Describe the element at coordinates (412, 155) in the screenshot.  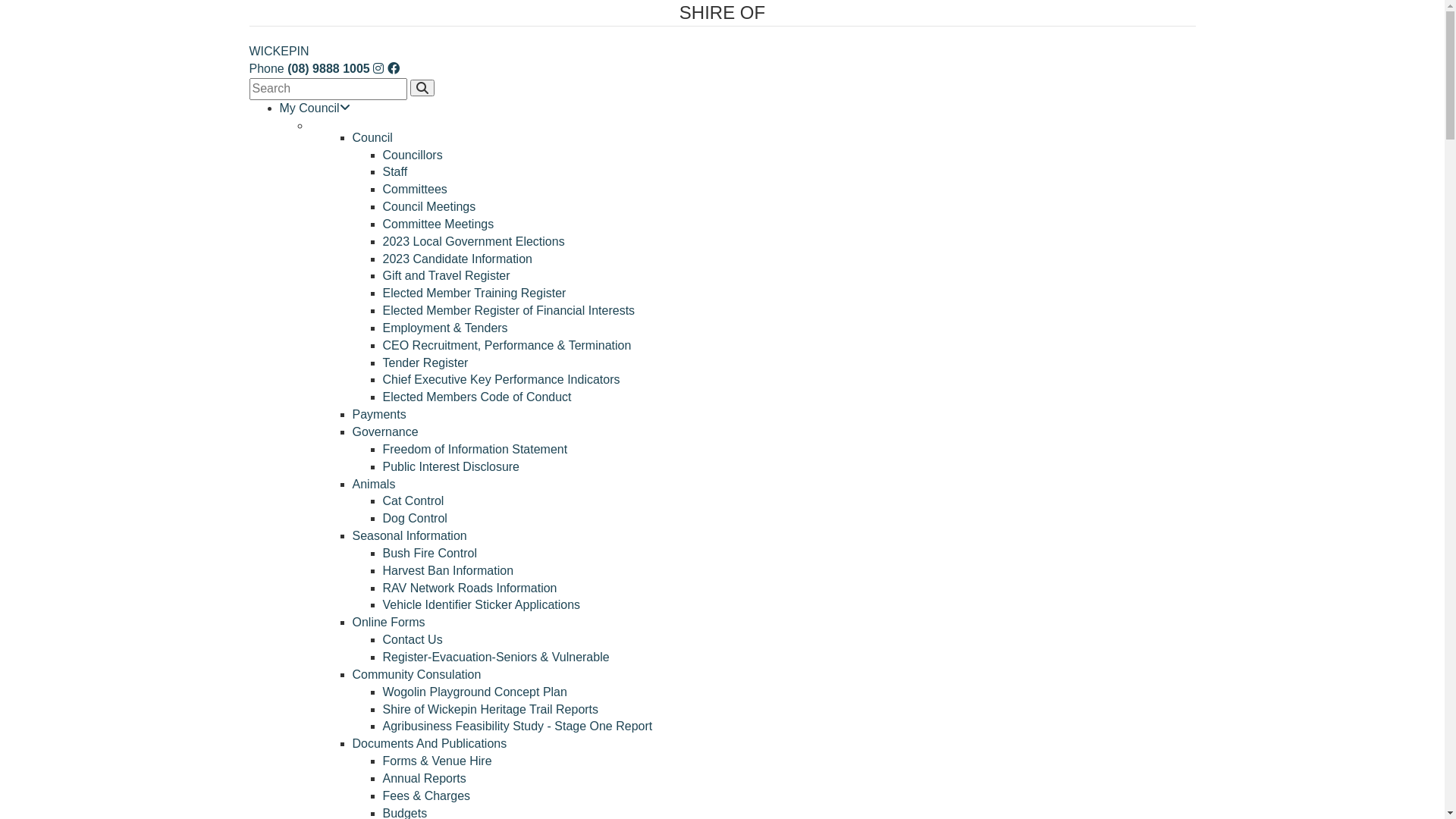
I see `'Councillors'` at that location.